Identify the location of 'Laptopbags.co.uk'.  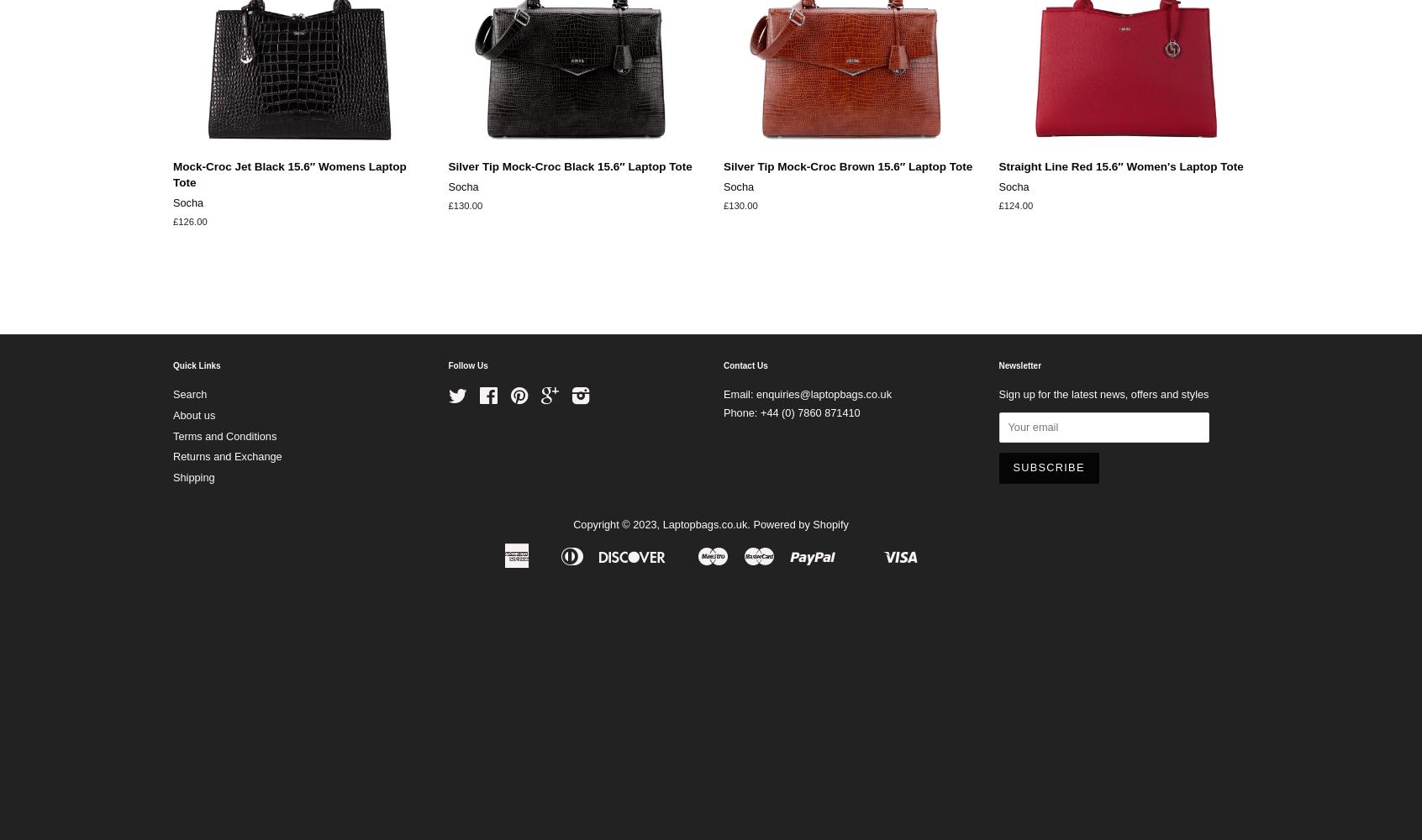
(704, 523).